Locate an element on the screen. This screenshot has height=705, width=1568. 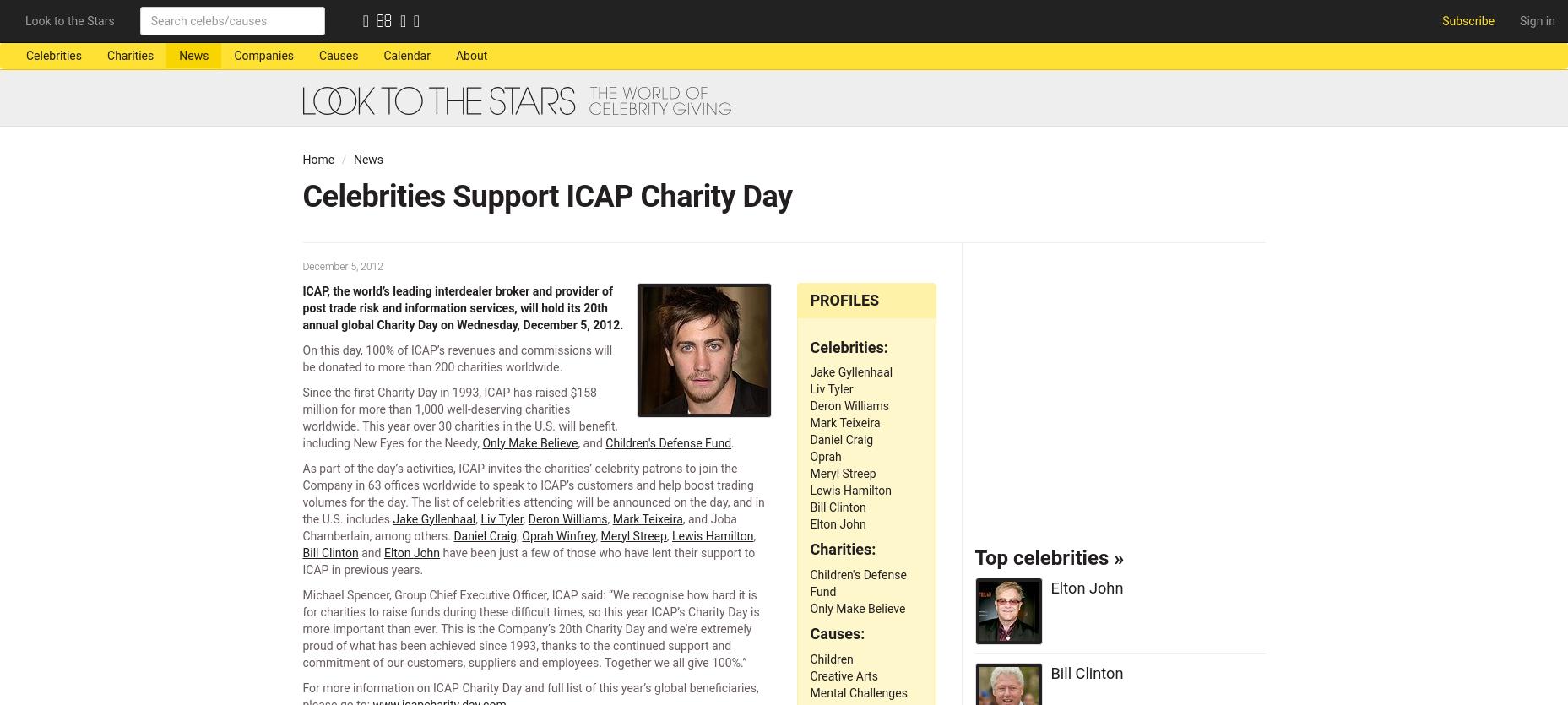
'Celebrities Support ICAP Charity Day' is located at coordinates (545, 196).